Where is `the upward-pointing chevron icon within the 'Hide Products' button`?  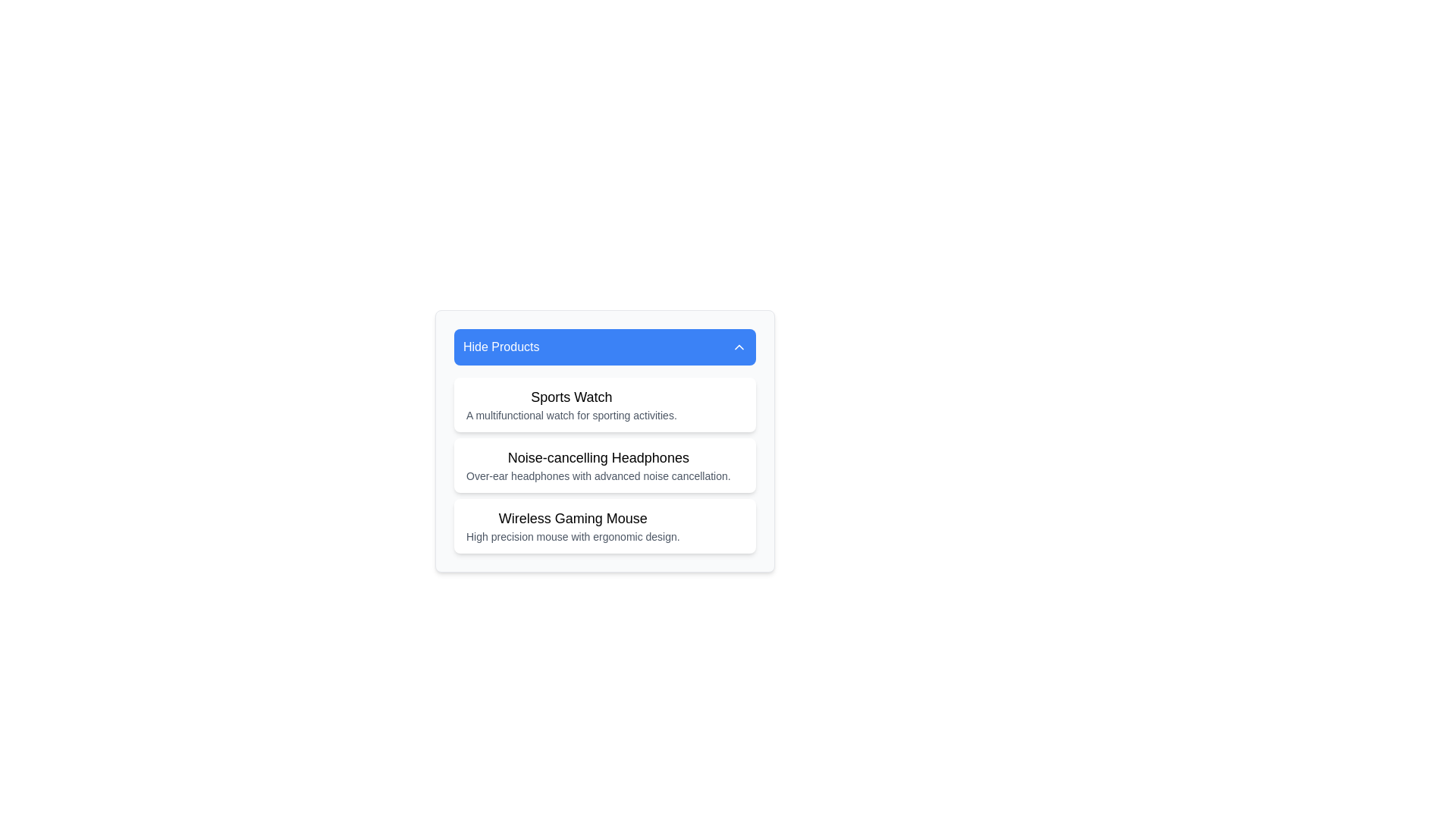 the upward-pointing chevron icon within the 'Hide Products' button is located at coordinates (739, 347).